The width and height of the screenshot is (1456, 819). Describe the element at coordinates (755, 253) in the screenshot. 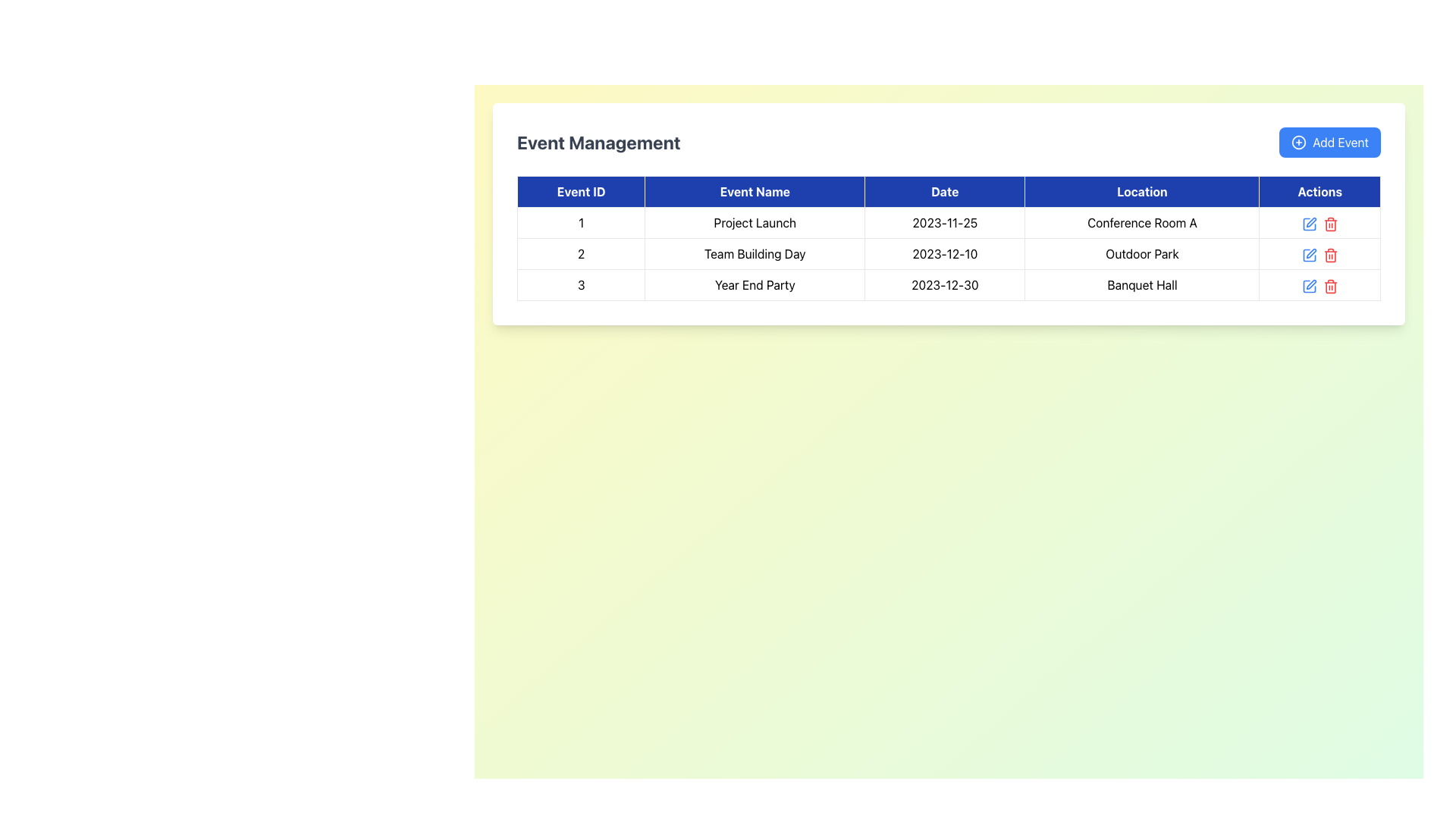

I see `the text label representing the event name in the second row of the table, which is positioned after the element with text '2' and before '2023-12-10' and 'Outdoor Park'` at that location.